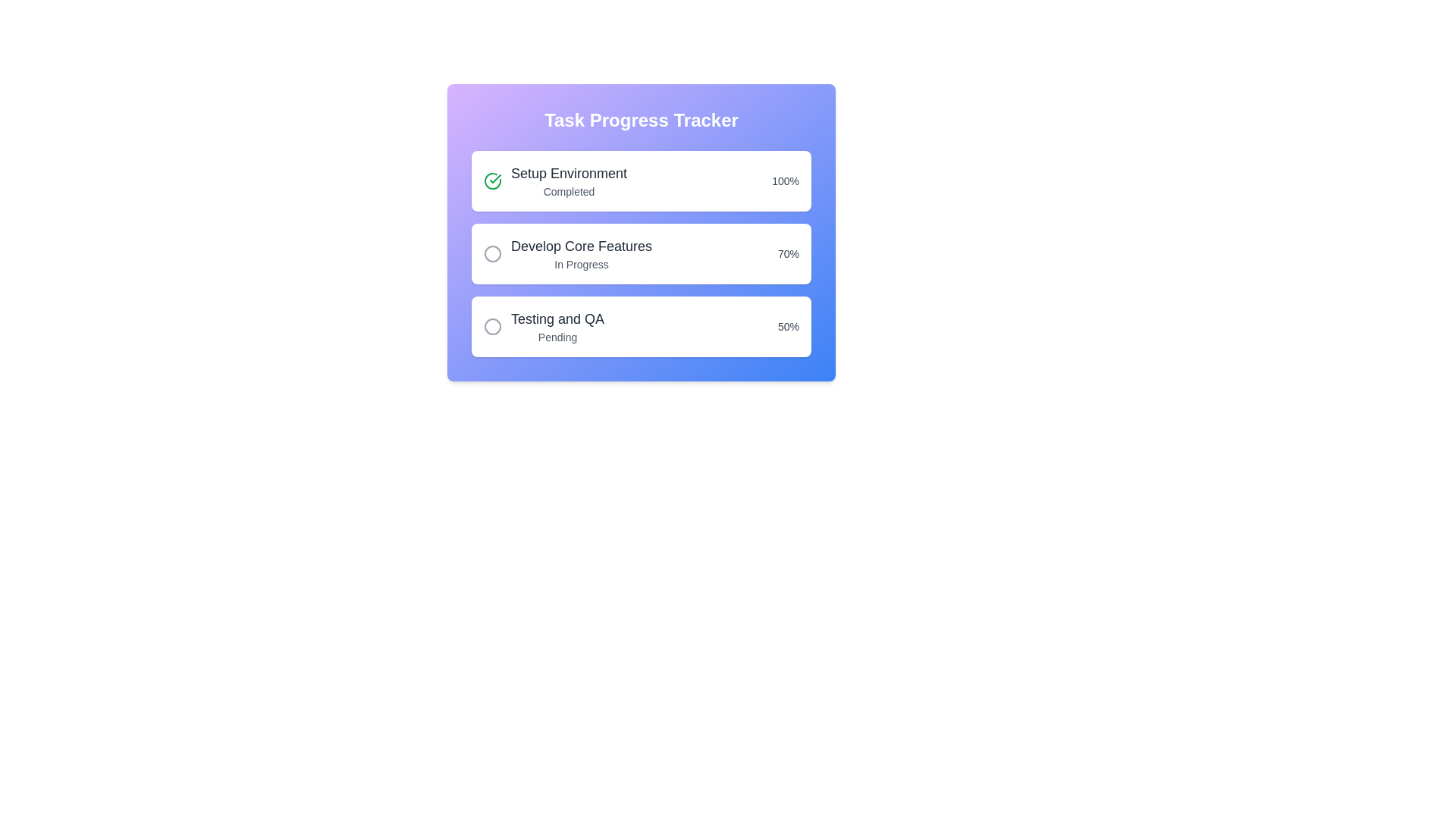  What do you see at coordinates (641, 253) in the screenshot?
I see `displayed information from the Task Card titled 'Develop Core Features', which shows 'In Progress' status and '70%' completion percentage` at bounding box center [641, 253].